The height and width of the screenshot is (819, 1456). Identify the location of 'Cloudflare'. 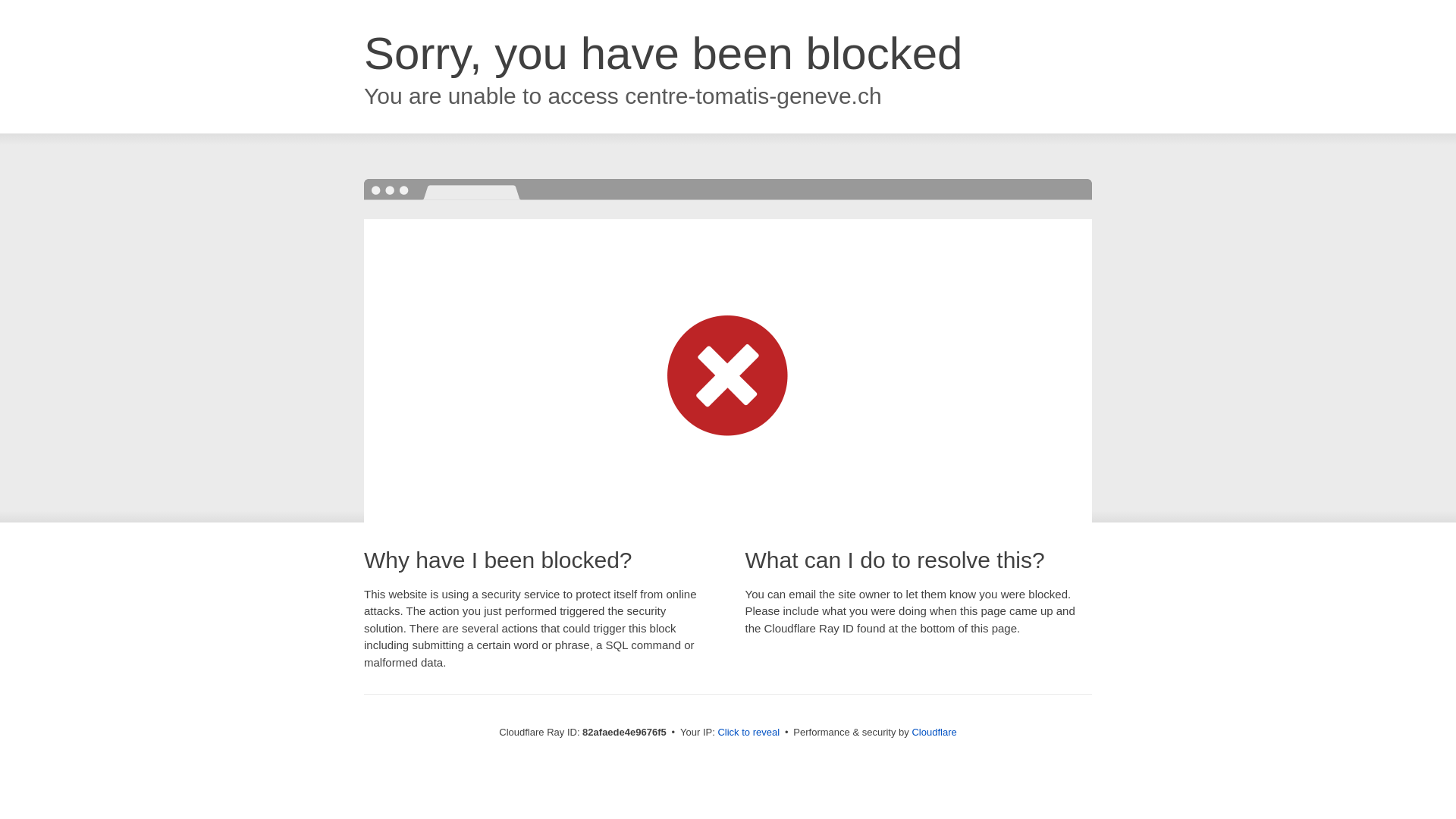
(933, 731).